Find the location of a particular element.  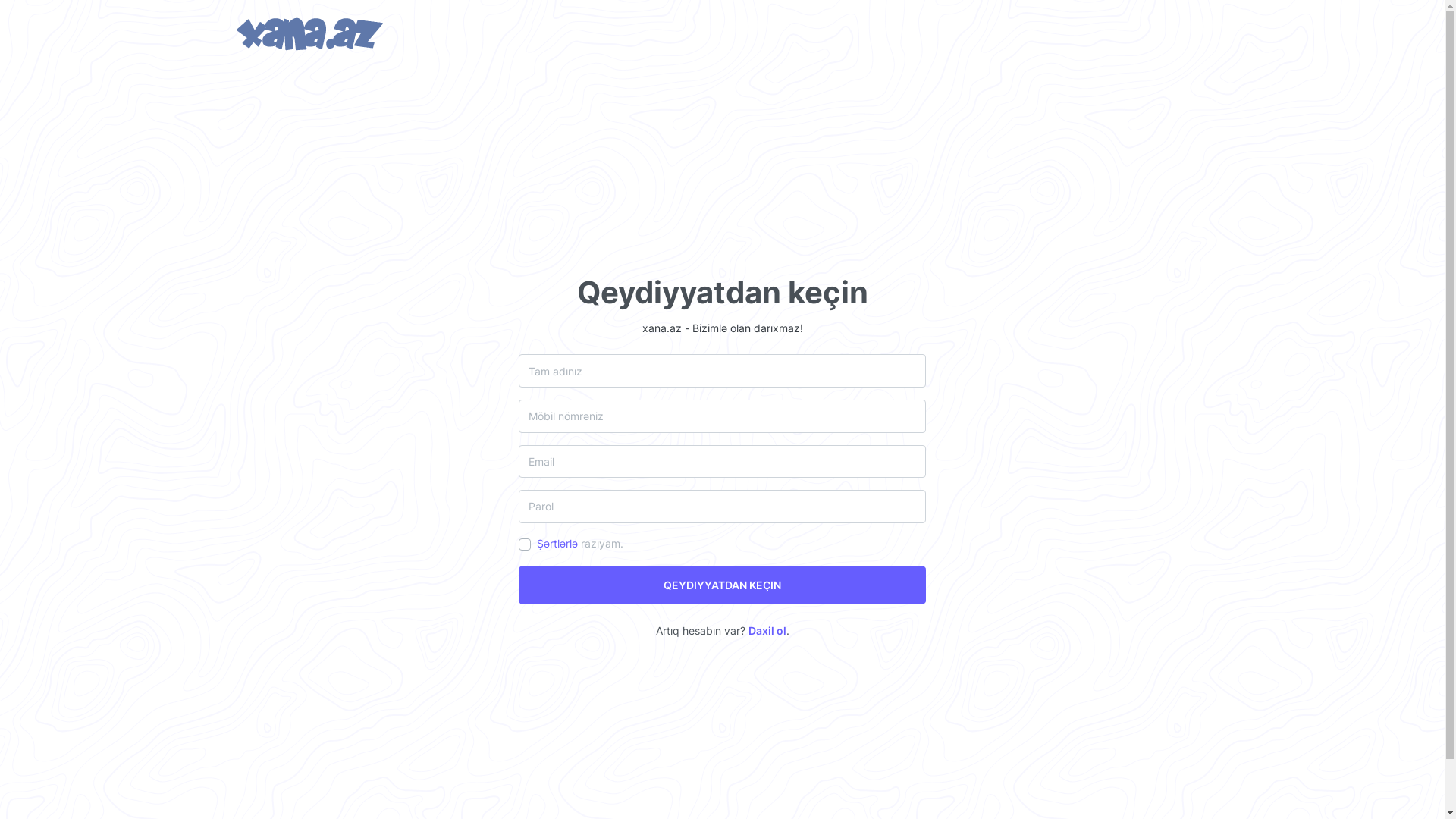

'Daxil ol' is located at coordinates (767, 630).